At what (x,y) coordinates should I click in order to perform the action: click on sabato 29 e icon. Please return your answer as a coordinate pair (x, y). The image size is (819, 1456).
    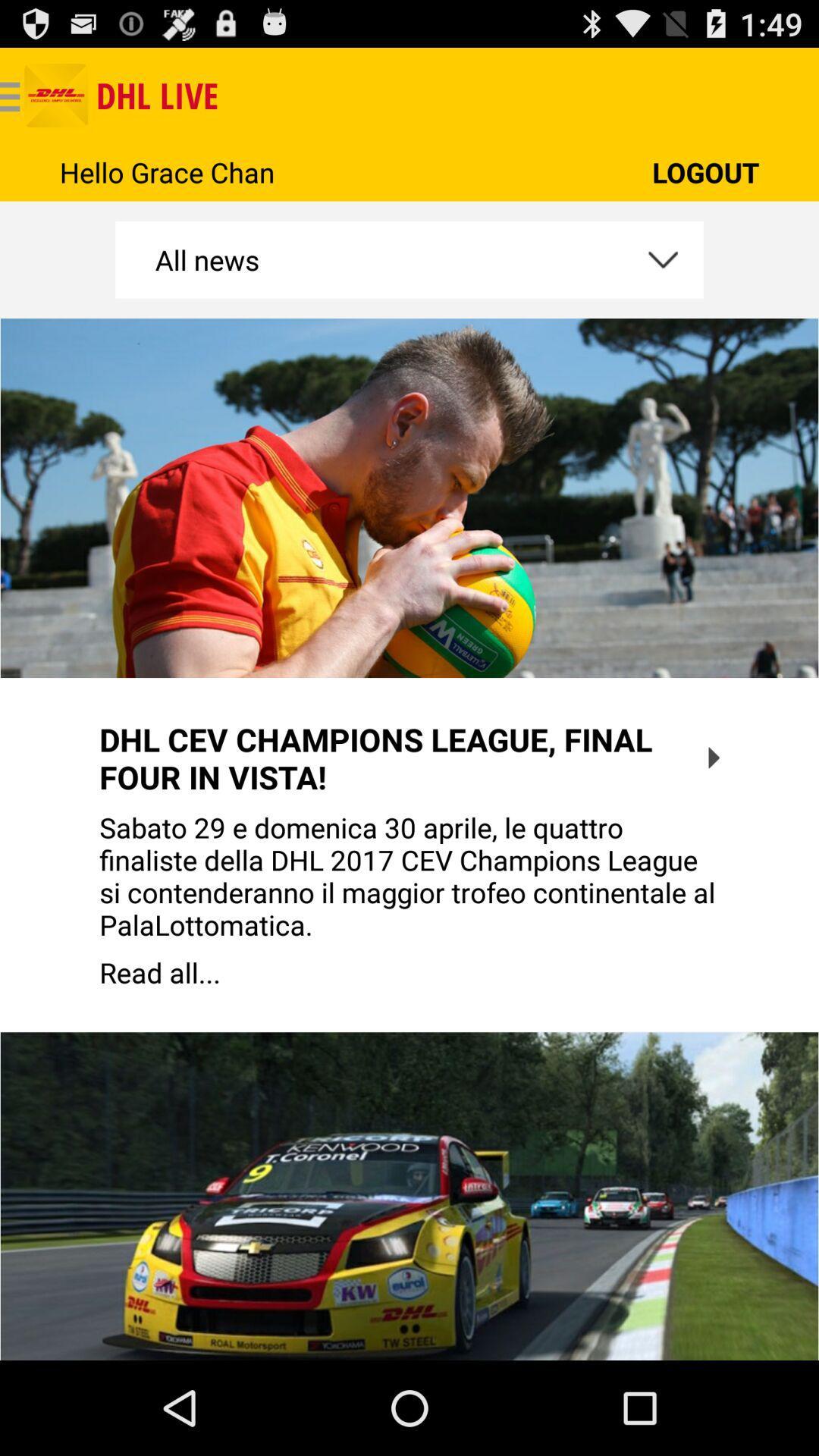
    Looking at the image, I should click on (409, 876).